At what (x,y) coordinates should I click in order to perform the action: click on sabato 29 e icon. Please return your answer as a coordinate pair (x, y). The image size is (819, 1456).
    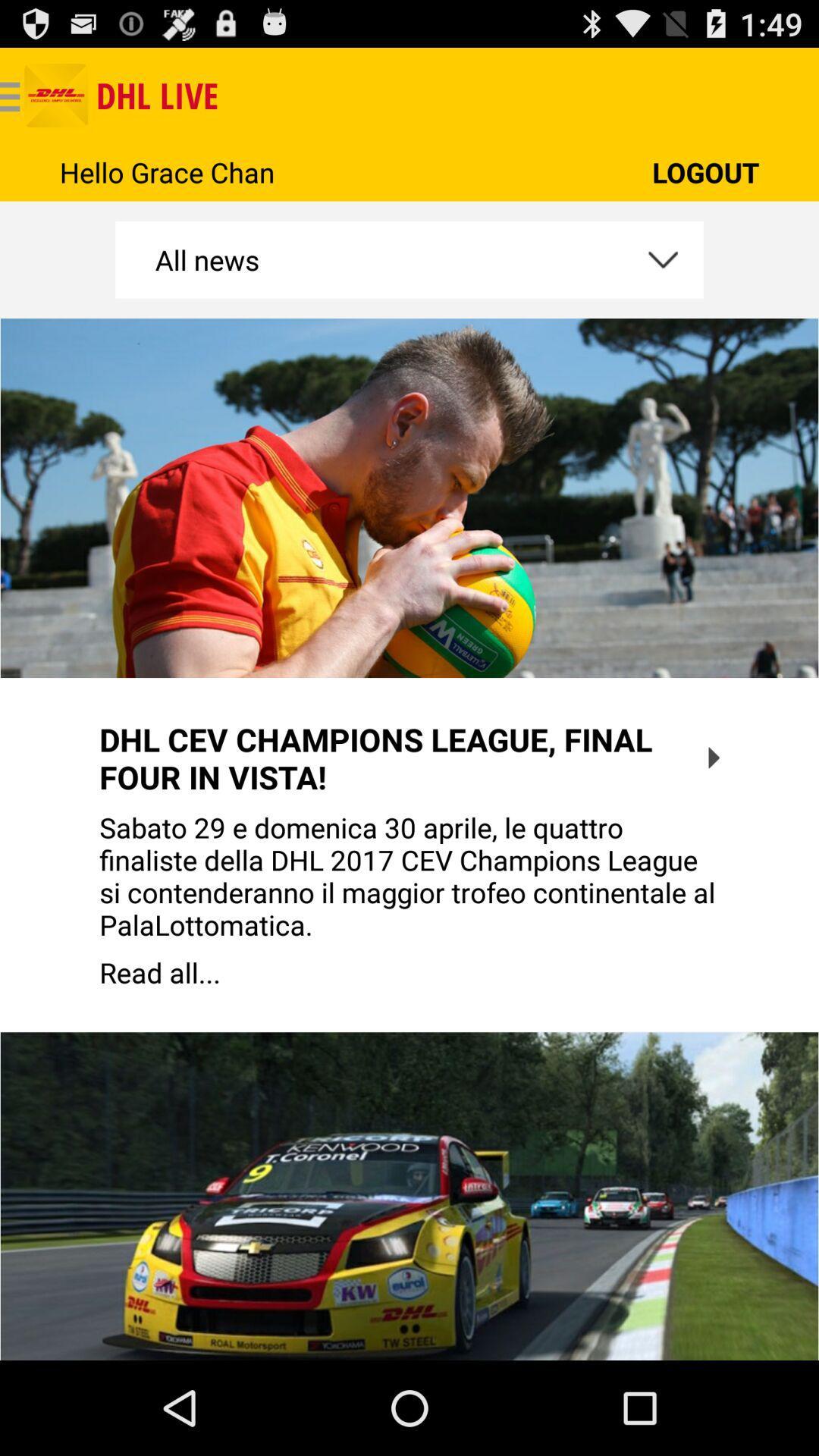
    Looking at the image, I should click on (409, 876).